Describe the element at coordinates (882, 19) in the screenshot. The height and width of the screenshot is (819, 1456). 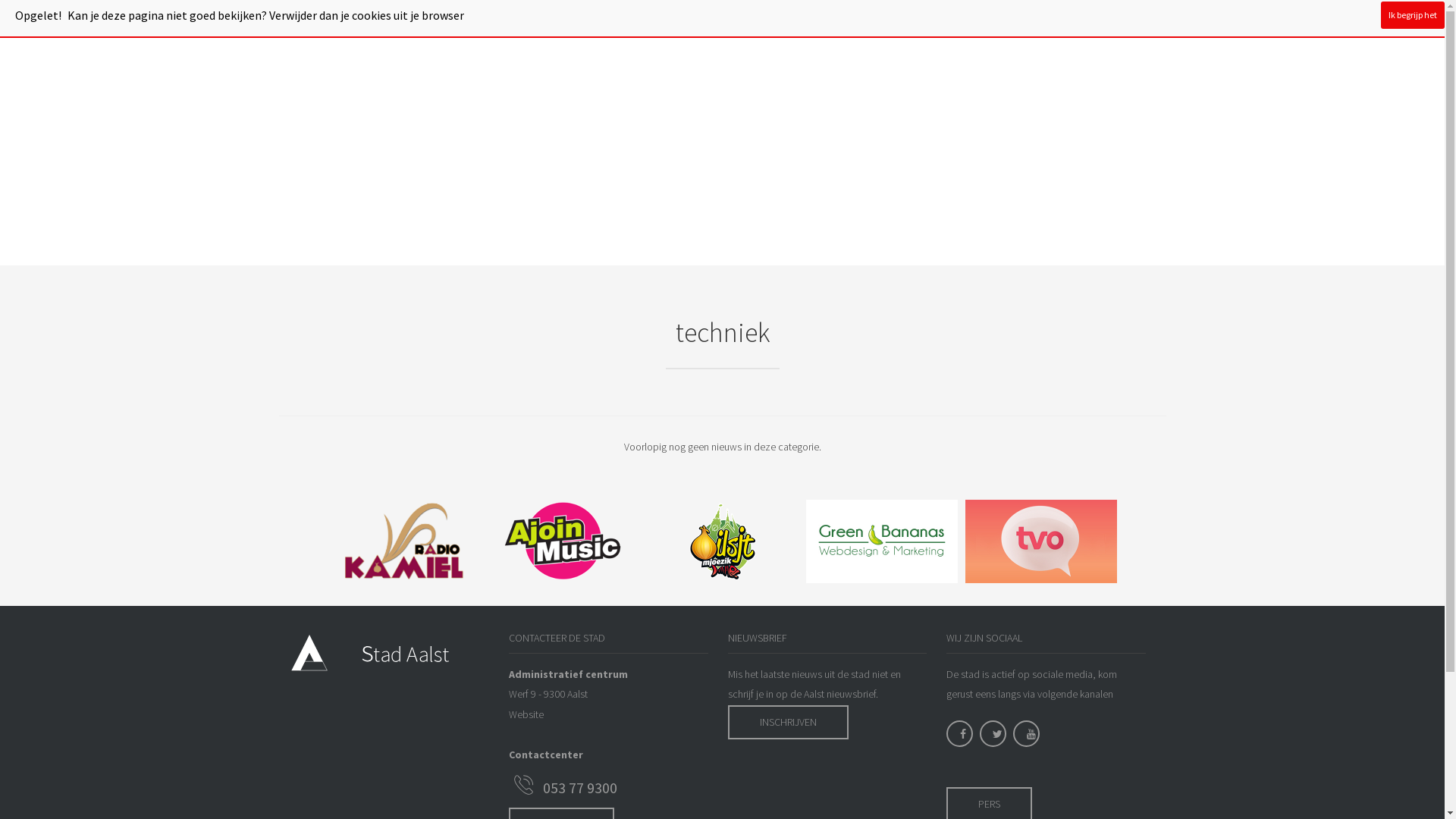
I see `'MEDIA'` at that location.